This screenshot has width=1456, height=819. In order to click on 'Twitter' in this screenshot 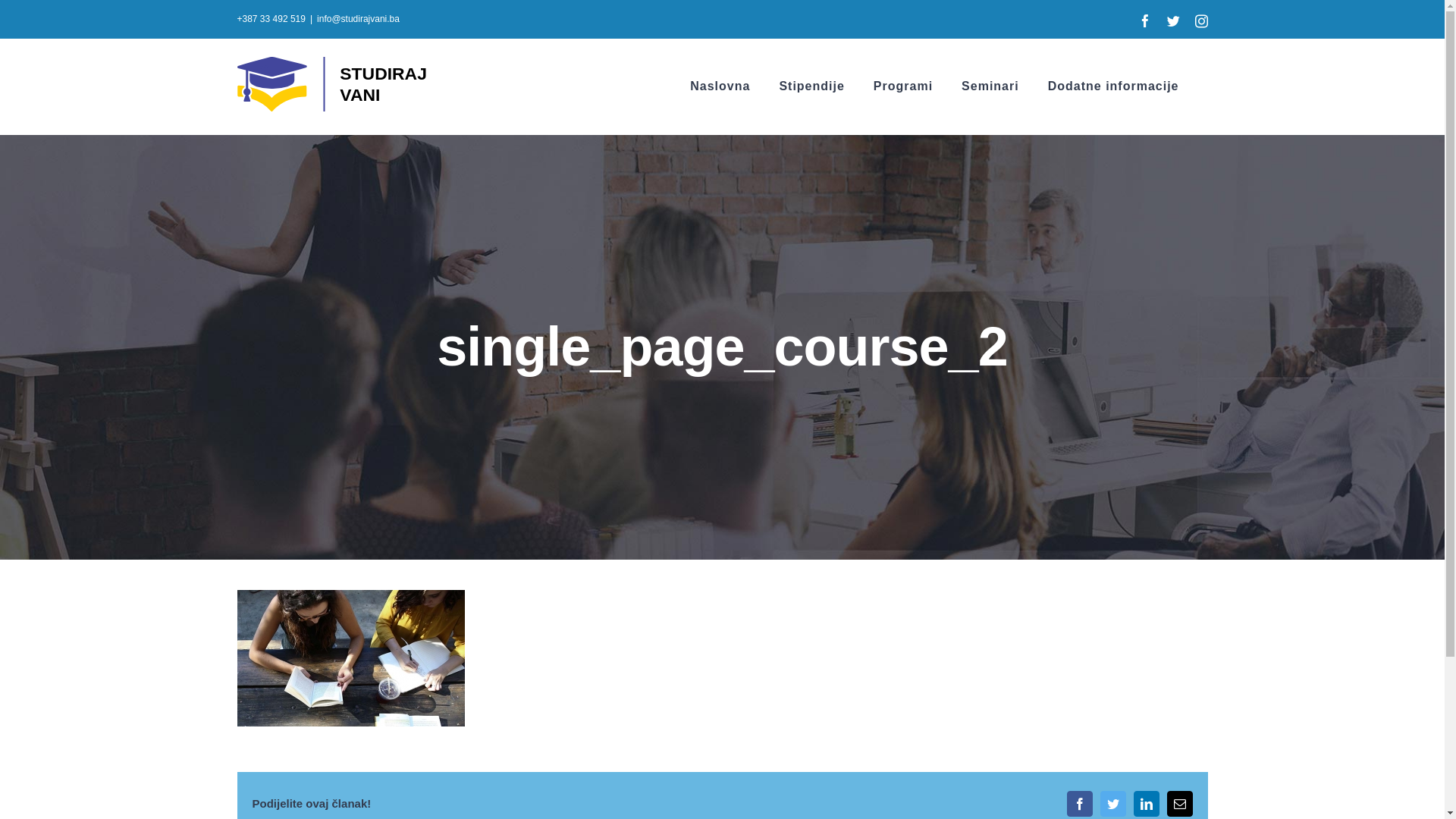, I will do `click(1112, 803)`.